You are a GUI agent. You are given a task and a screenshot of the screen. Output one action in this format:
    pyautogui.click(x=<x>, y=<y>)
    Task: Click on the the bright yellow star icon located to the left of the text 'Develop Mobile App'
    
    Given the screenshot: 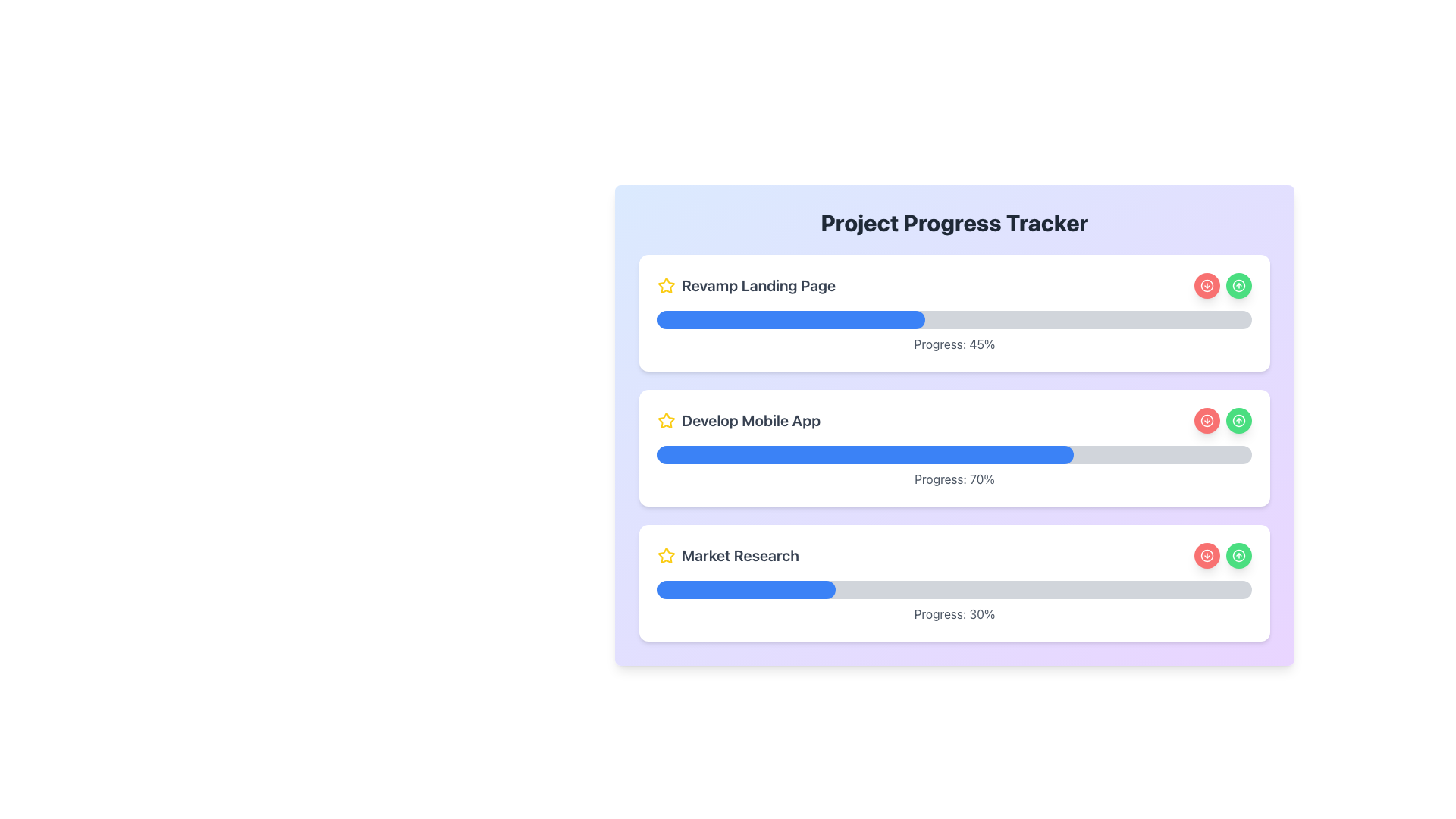 What is the action you would take?
    pyautogui.click(x=666, y=421)
    